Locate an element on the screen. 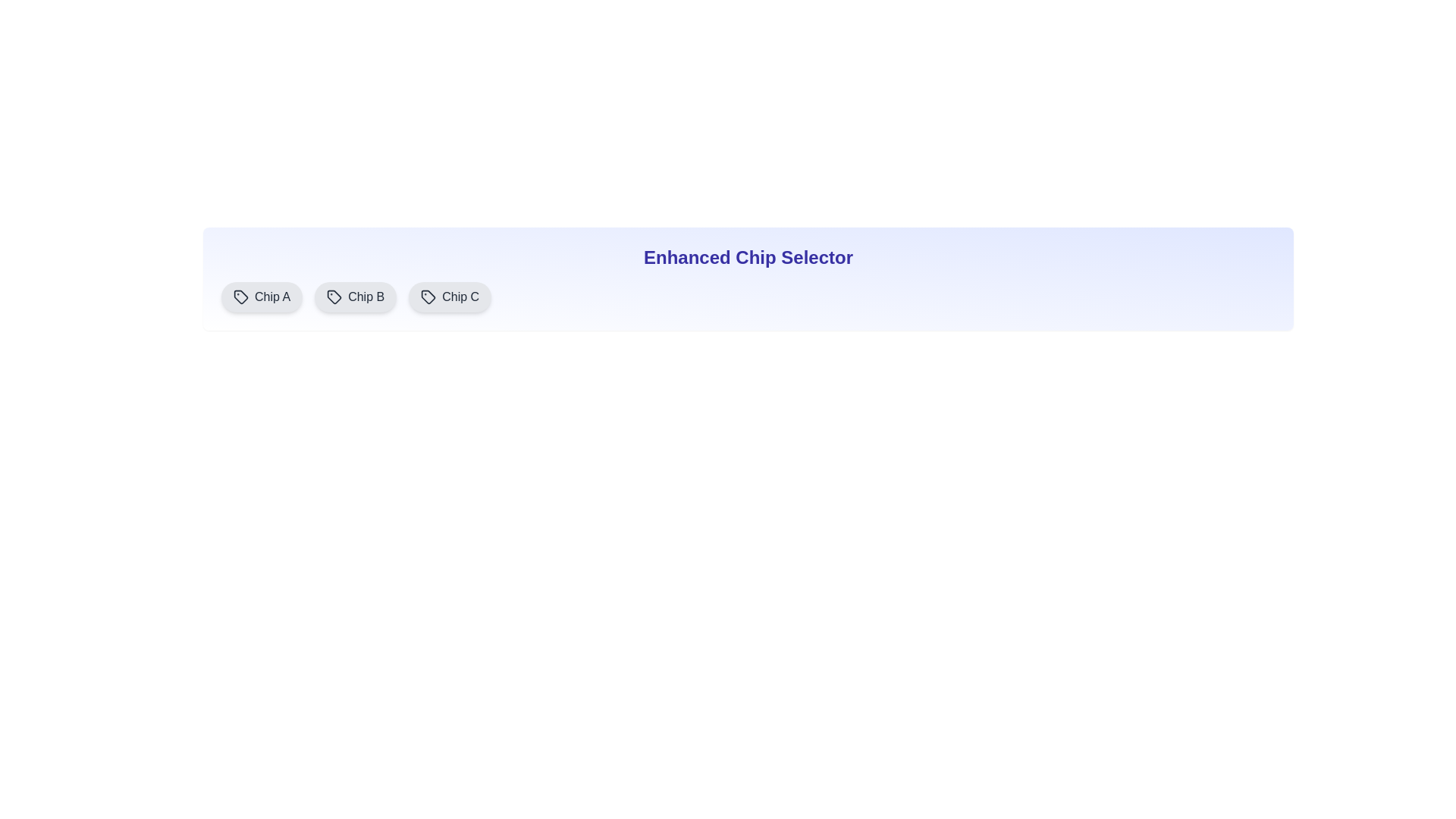 This screenshot has width=1456, height=819. the chip labeled Chip B to observe the hover effect is located at coordinates (355, 297).